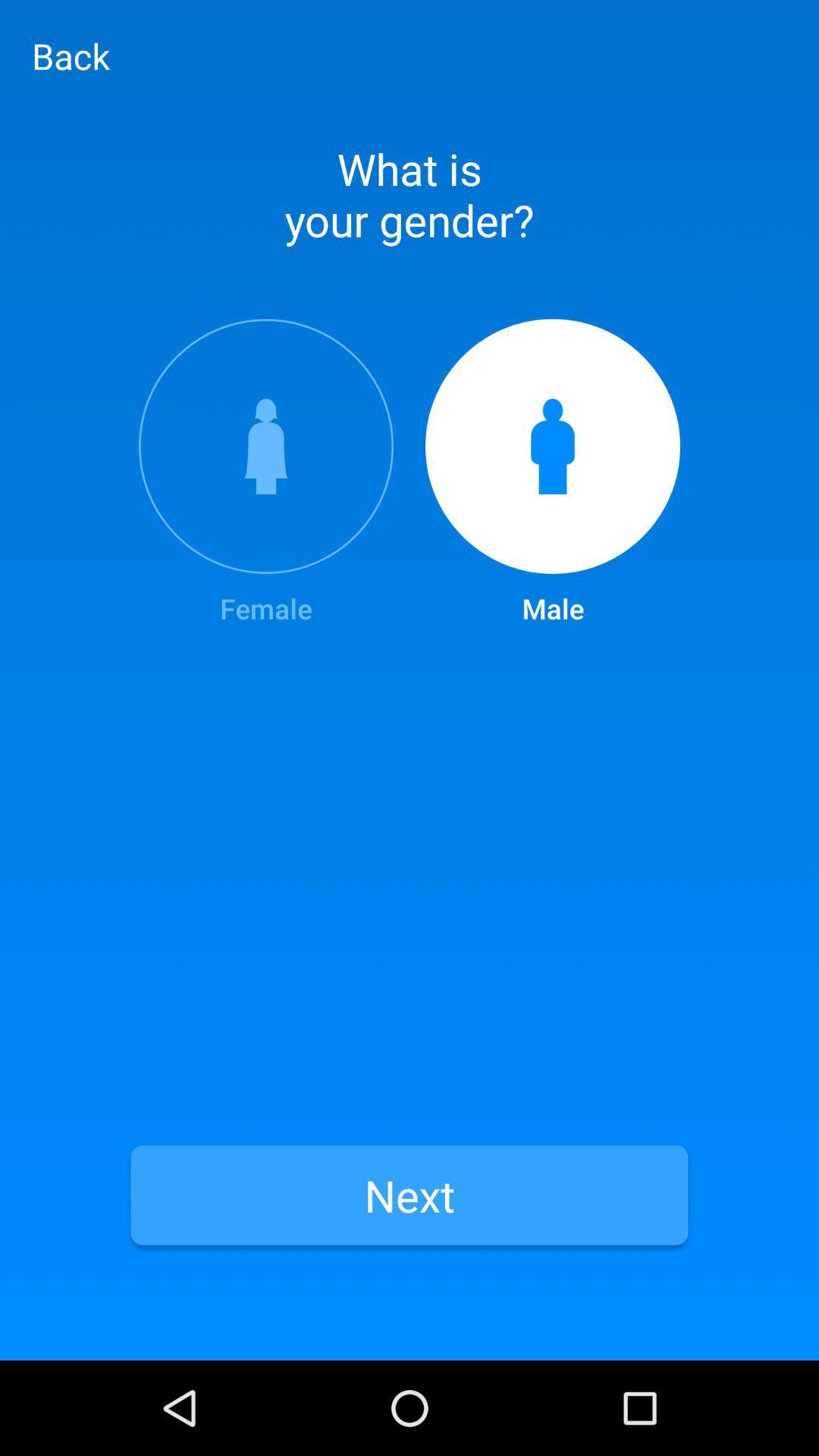  What do you see at coordinates (553, 472) in the screenshot?
I see `the male` at bounding box center [553, 472].